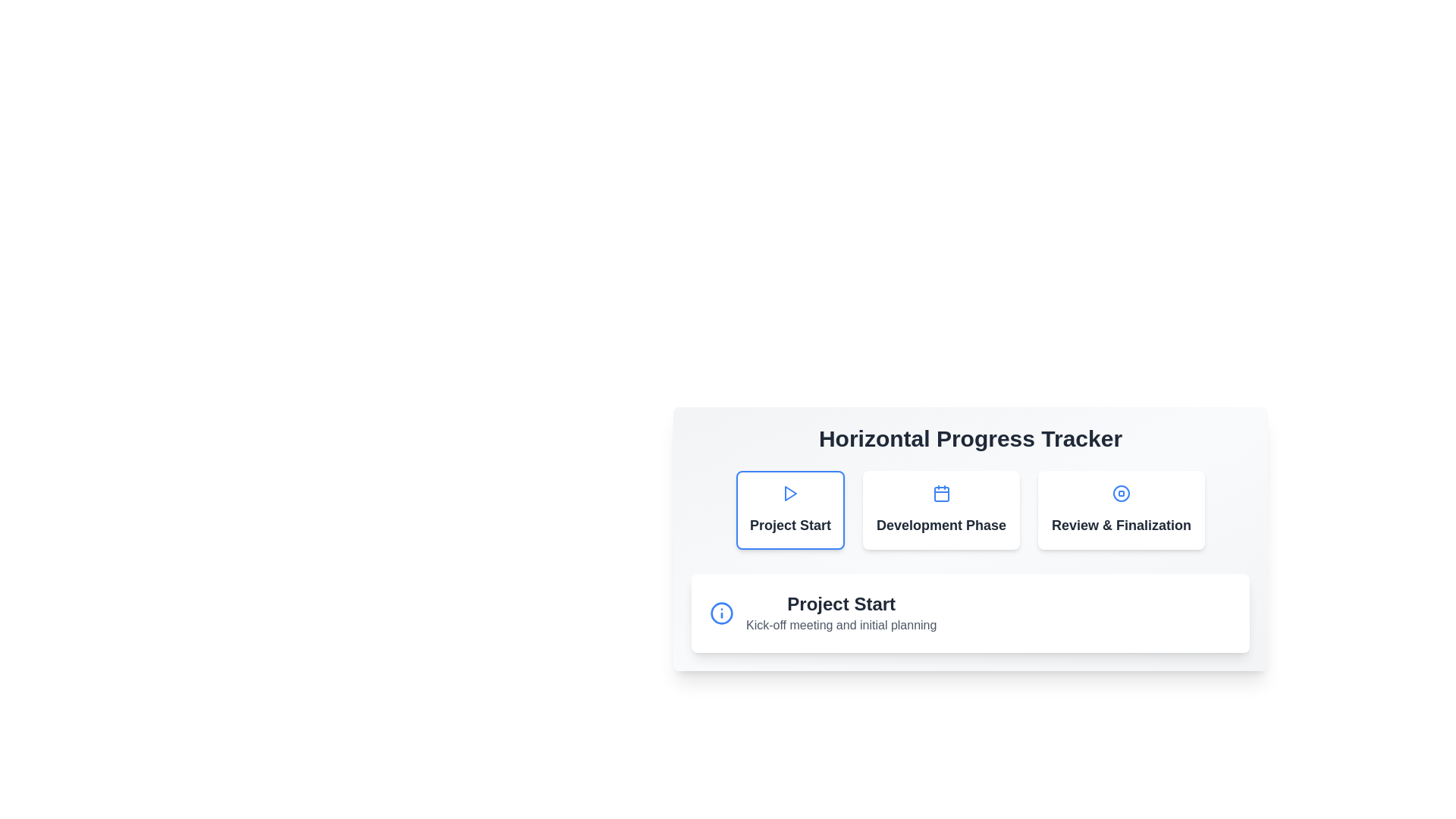 This screenshot has width=1456, height=819. What do you see at coordinates (1121, 525) in the screenshot?
I see `text content of the 'Review & Finalization' label, which is styled in a bold, large font with dark gray color, located in the last position of a horizontally aligned group of sections` at bounding box center [1121, 525].